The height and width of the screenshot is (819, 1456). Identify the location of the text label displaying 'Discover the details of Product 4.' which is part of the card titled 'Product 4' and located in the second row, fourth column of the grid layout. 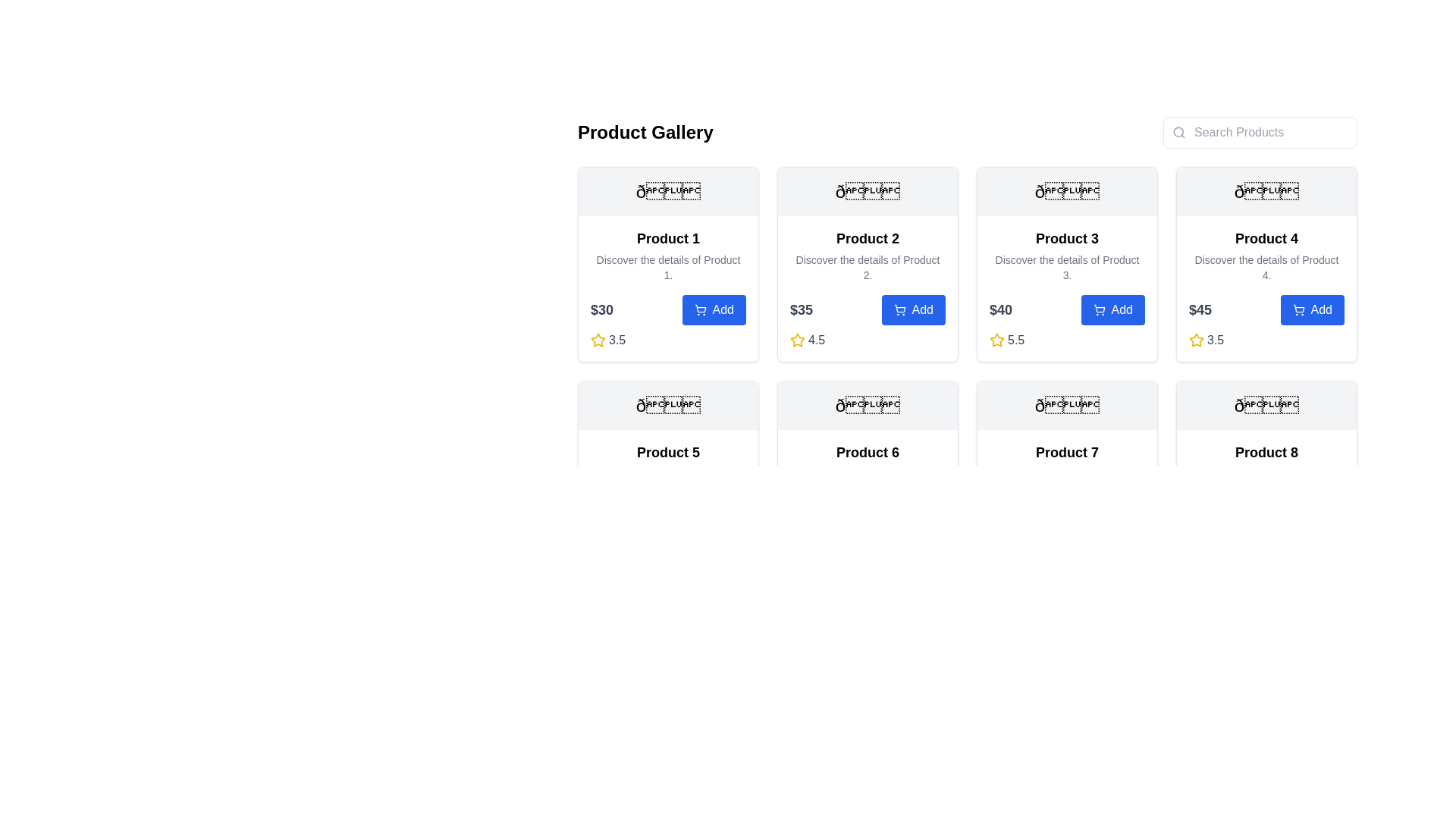
(1266, 267).